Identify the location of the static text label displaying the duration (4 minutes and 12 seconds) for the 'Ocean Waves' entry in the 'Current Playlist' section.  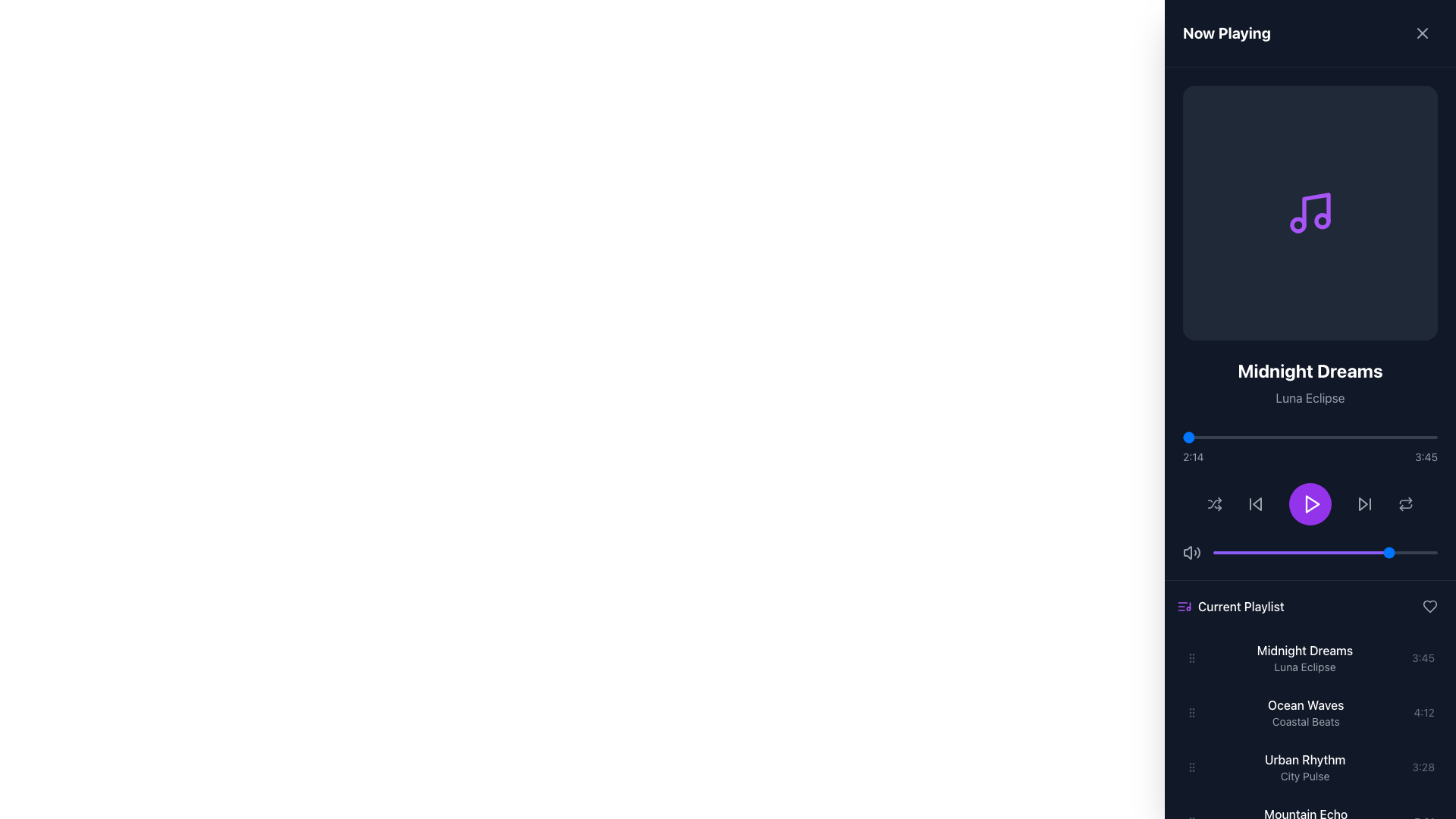
(1423, 713).